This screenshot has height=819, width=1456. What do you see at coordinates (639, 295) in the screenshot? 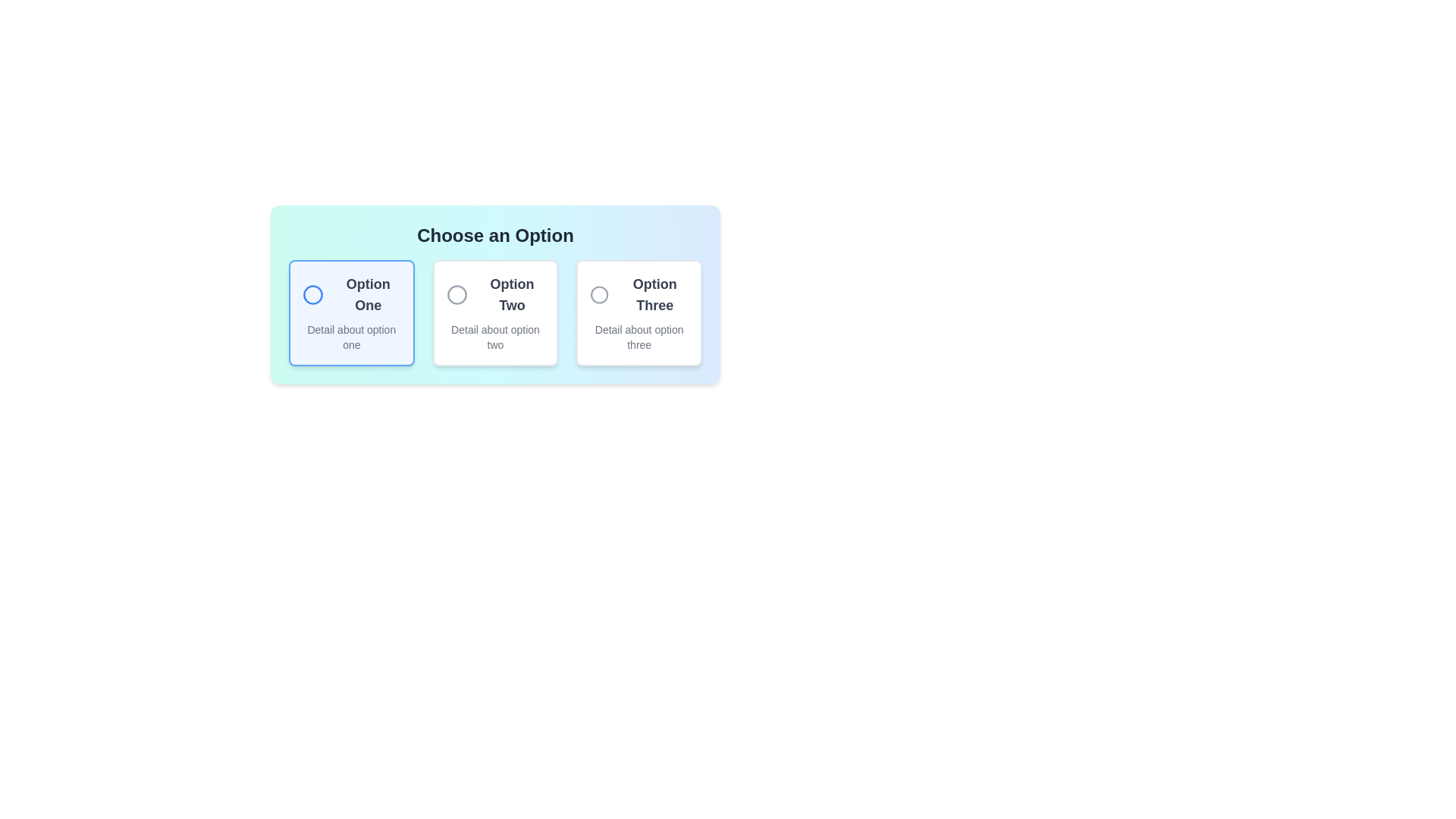
I see `the 'Option Three' label with circular icon` at bounding box center [639, 295].